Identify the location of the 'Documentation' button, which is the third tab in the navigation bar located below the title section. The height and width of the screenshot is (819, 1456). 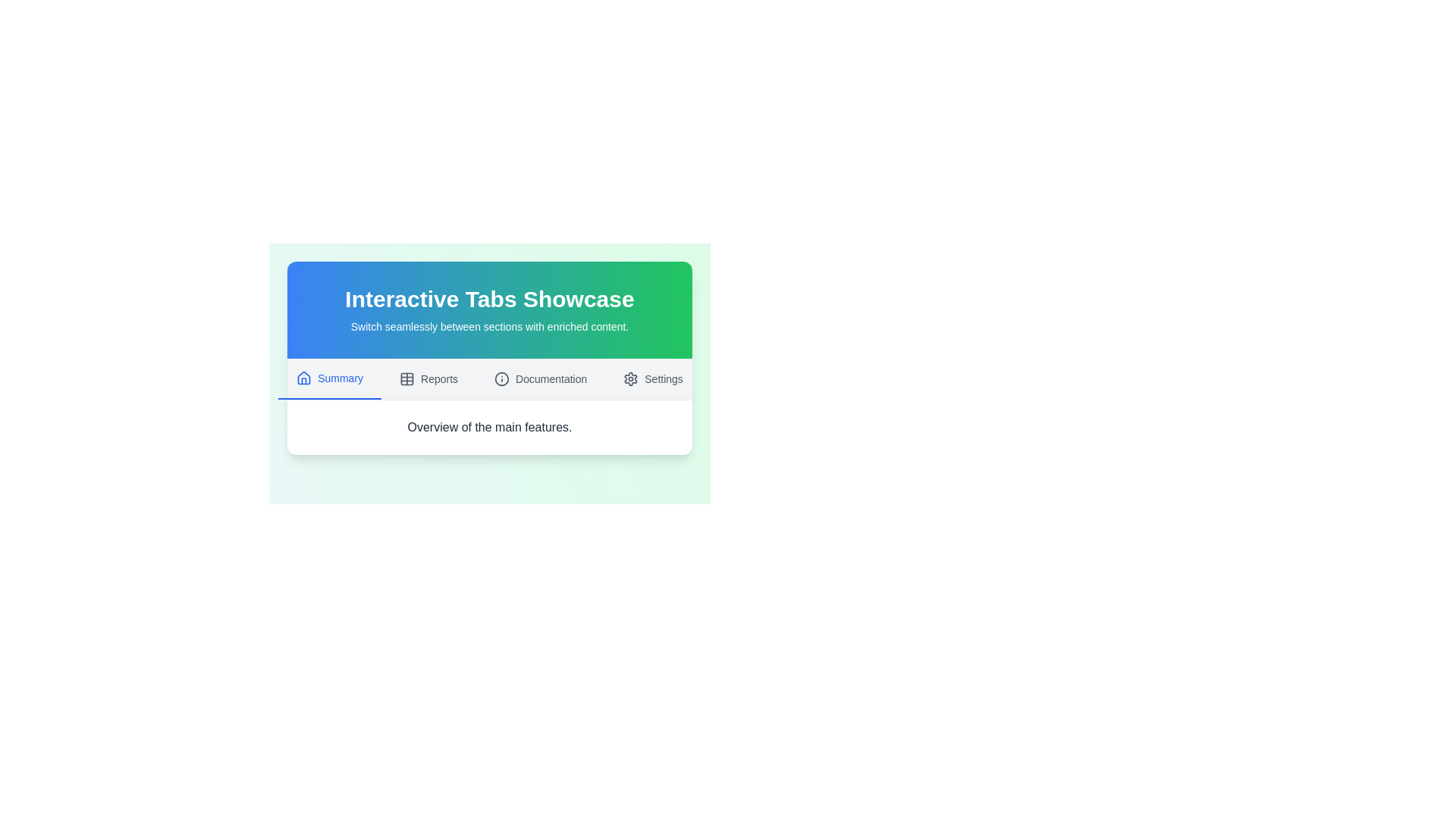
(541, 378).